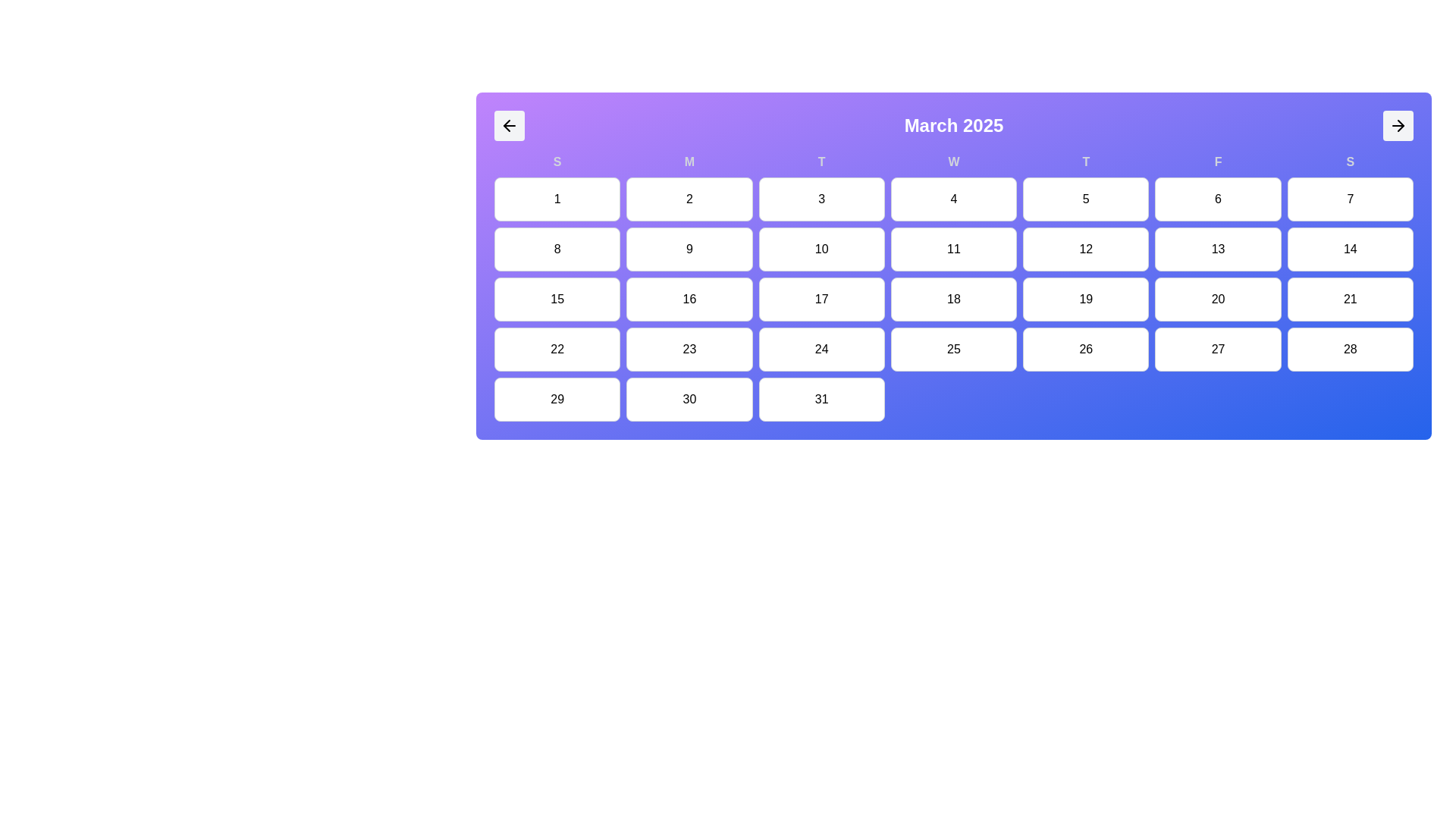 The width and height of the screenshot is (1456, 819). What do you see at coordinates (1085, 299) in the screenshot?
I see `the Calendar date cell representing the 19th day, located in the fourth row and sixth cell of the grid layout under the column labeled 'T'` at bounding box center [1085, 299].